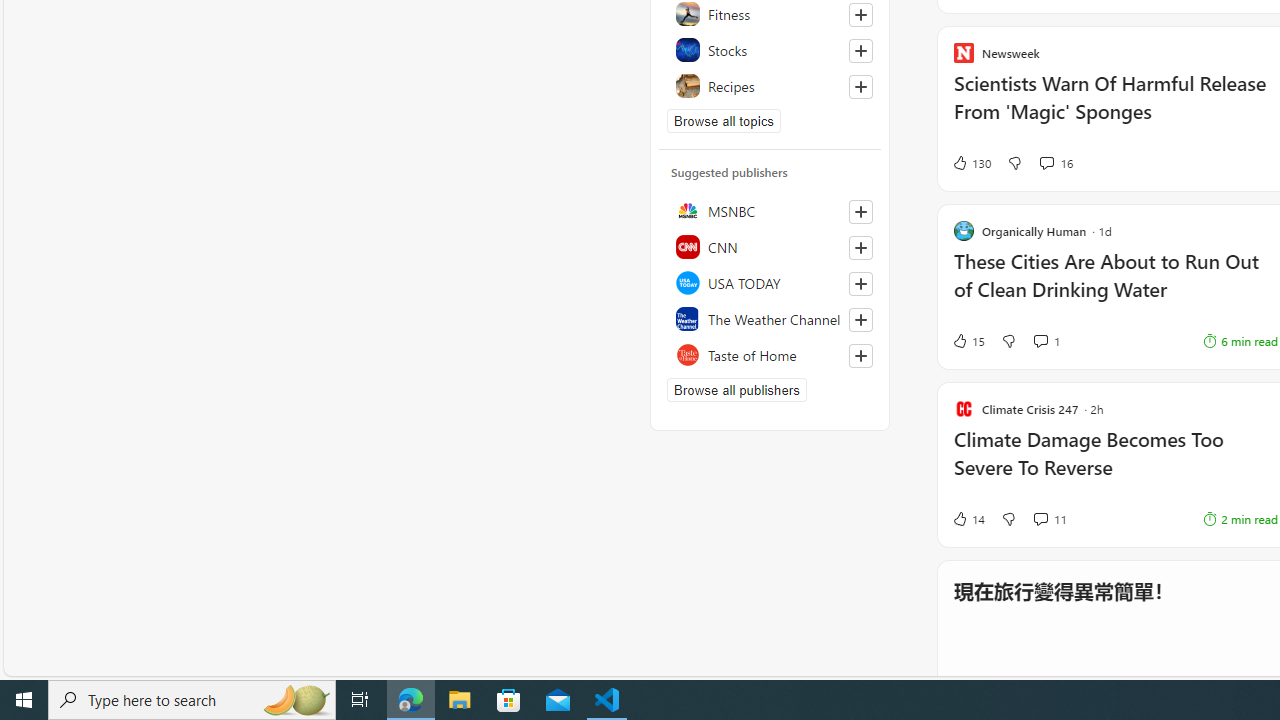 The image size is (1280, 720). Describe the element at coordinates (1045, 162) in the screenshot. I see `'View comments 16 Comment'` at that location.